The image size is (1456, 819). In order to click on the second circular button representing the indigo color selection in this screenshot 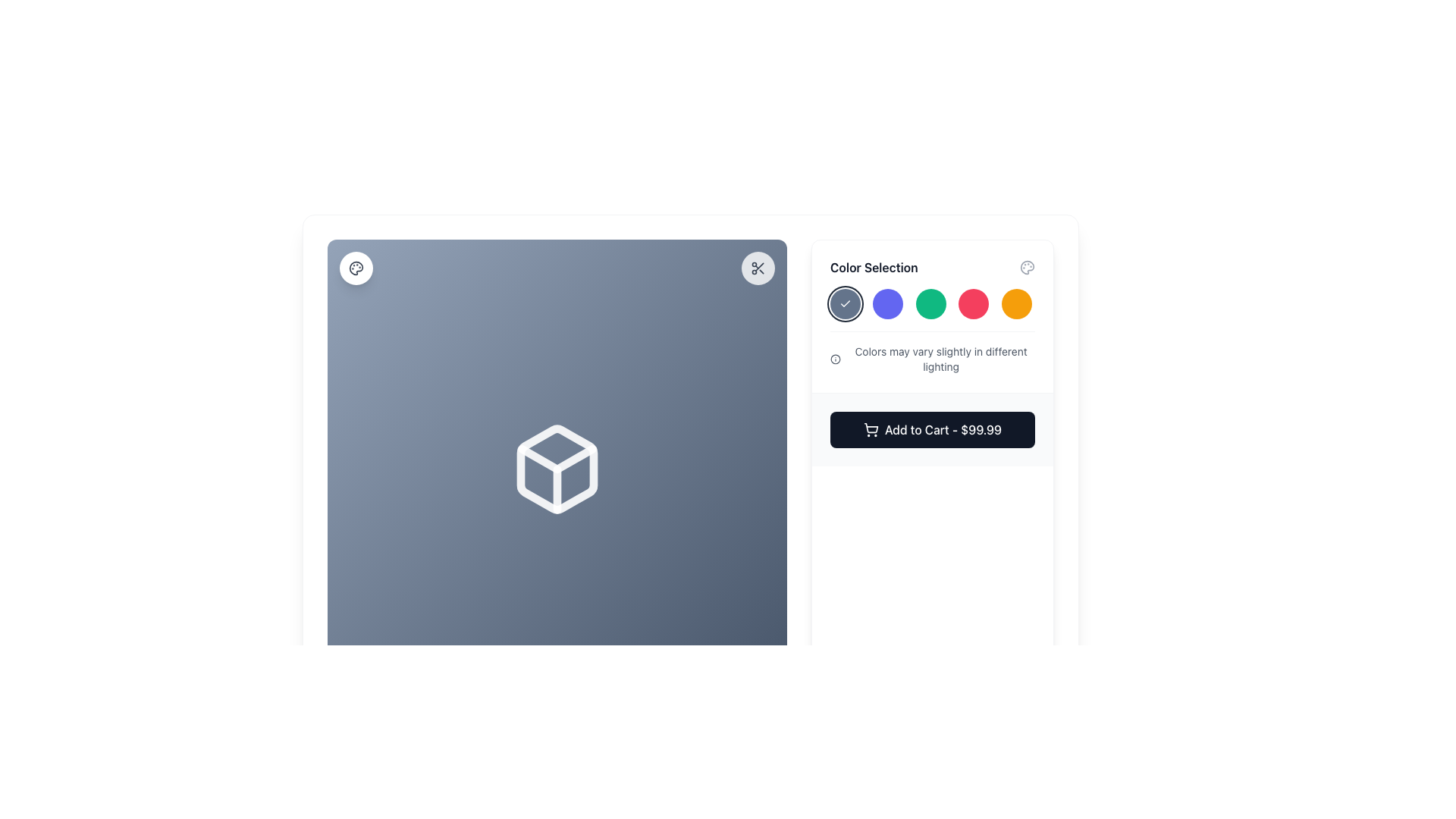, I will do `click(888, 304)`.